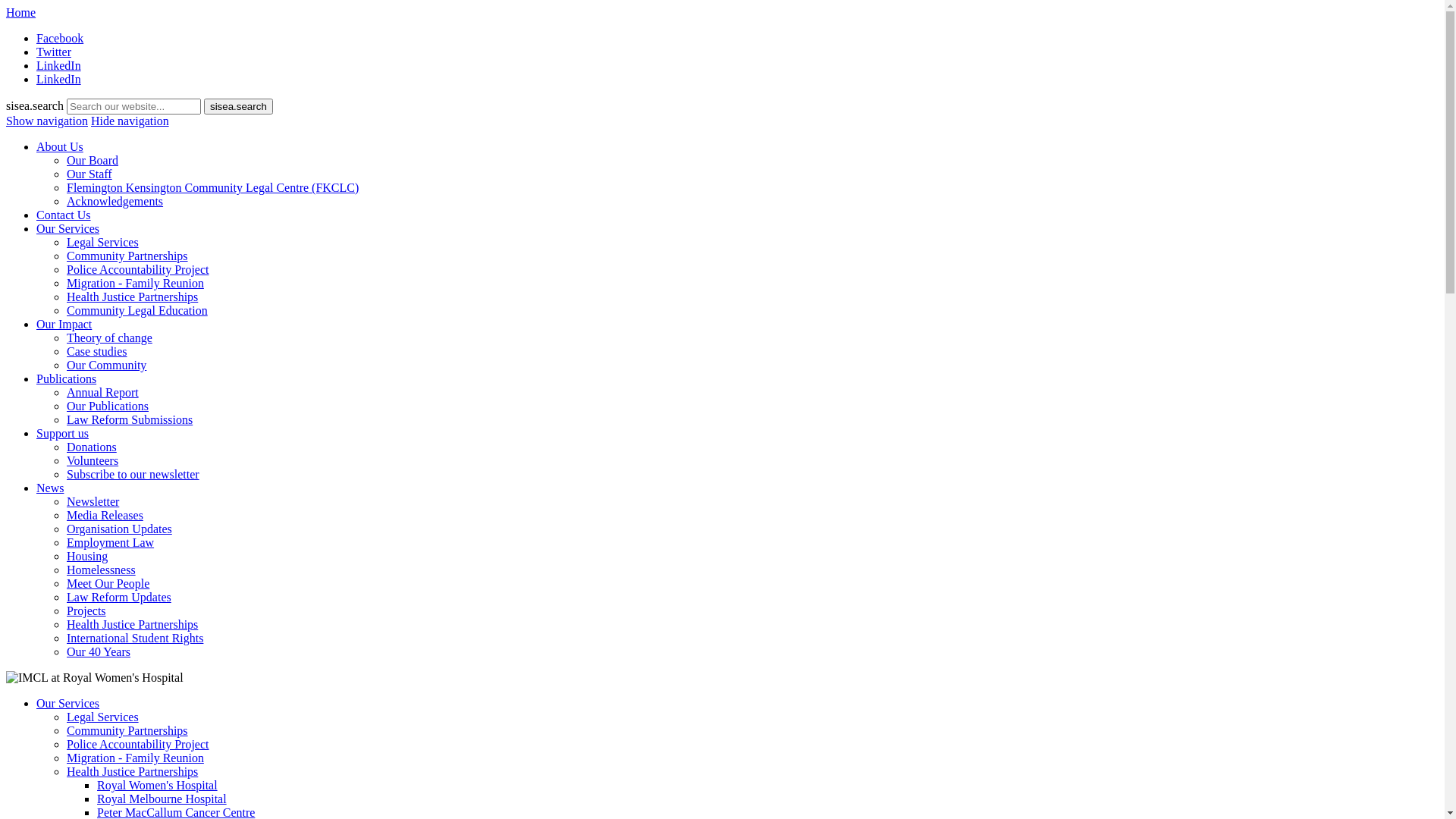 The height and width of the screenshot is (819, 1456). Describe the element at coordinates (65, 241) in the screenshot. I see `'Legal Services'` at that location.